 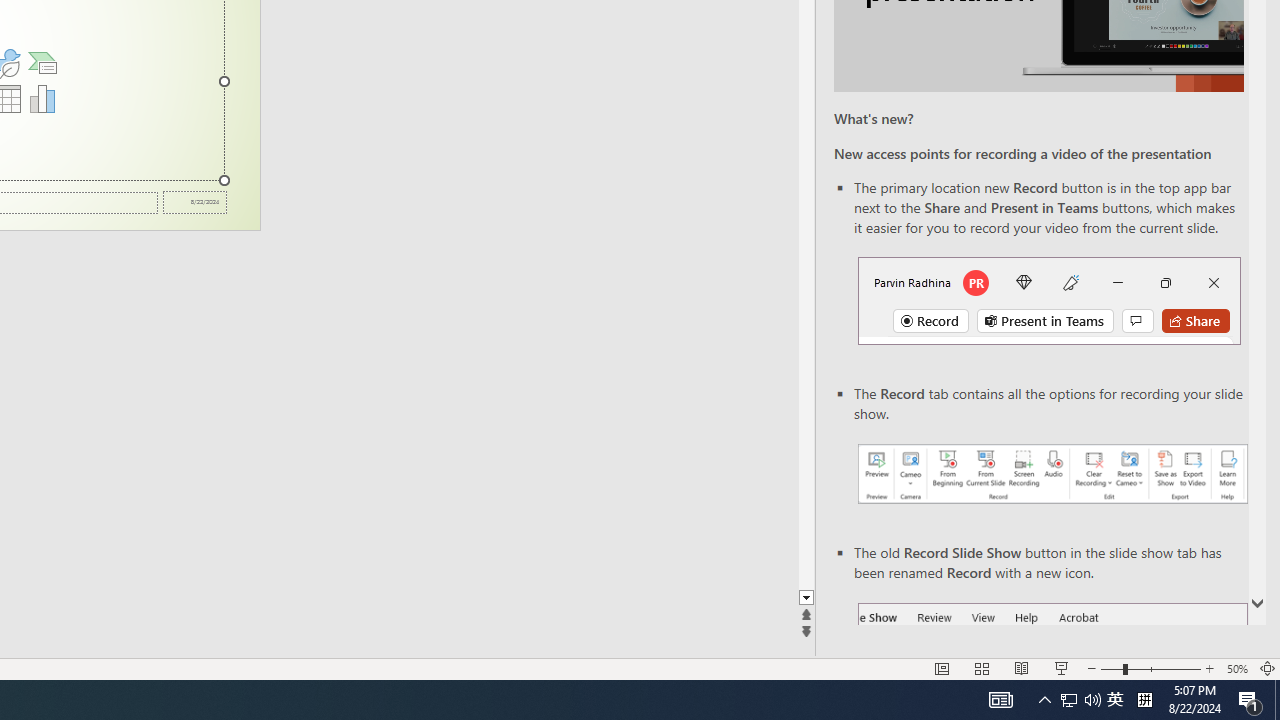 What do you see at coordinates (194, 202) in the screenshot?
I see `'Date'` at bounding box center [194, 202].